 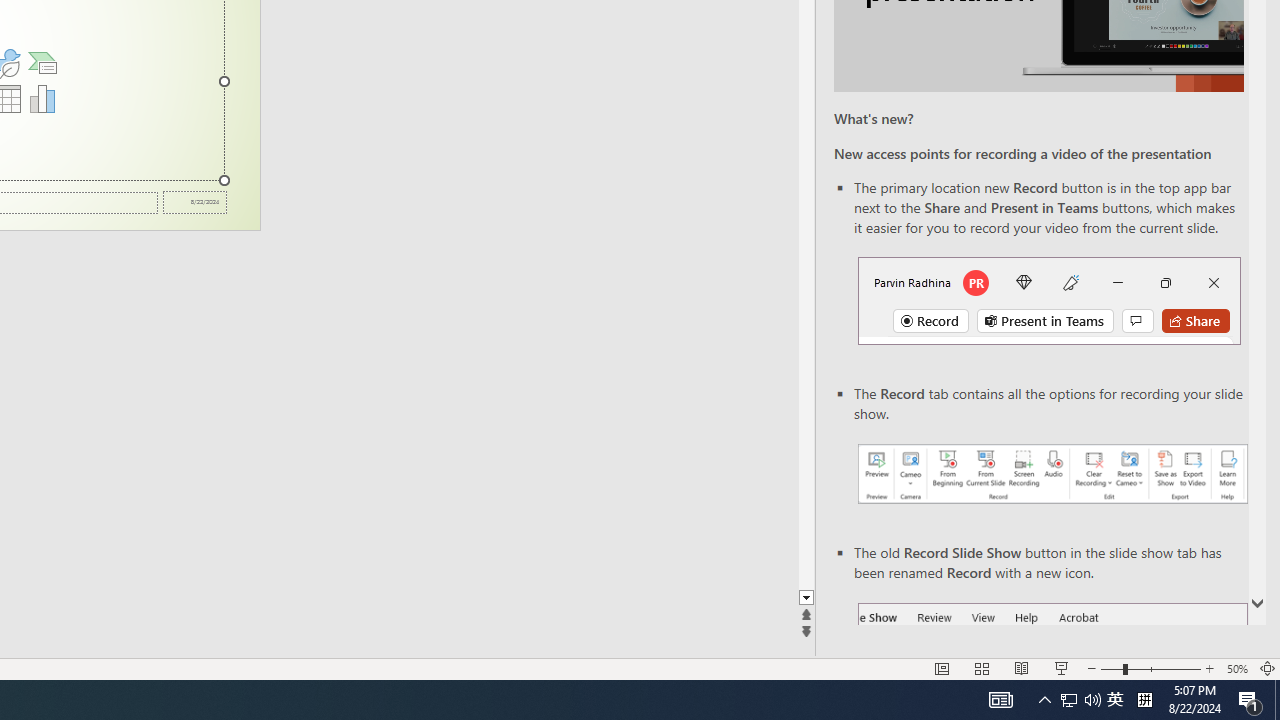 What do you see at coordinates (194, 202) in the screenshot?
I see `'Date'` at bounding box center [194, 202].